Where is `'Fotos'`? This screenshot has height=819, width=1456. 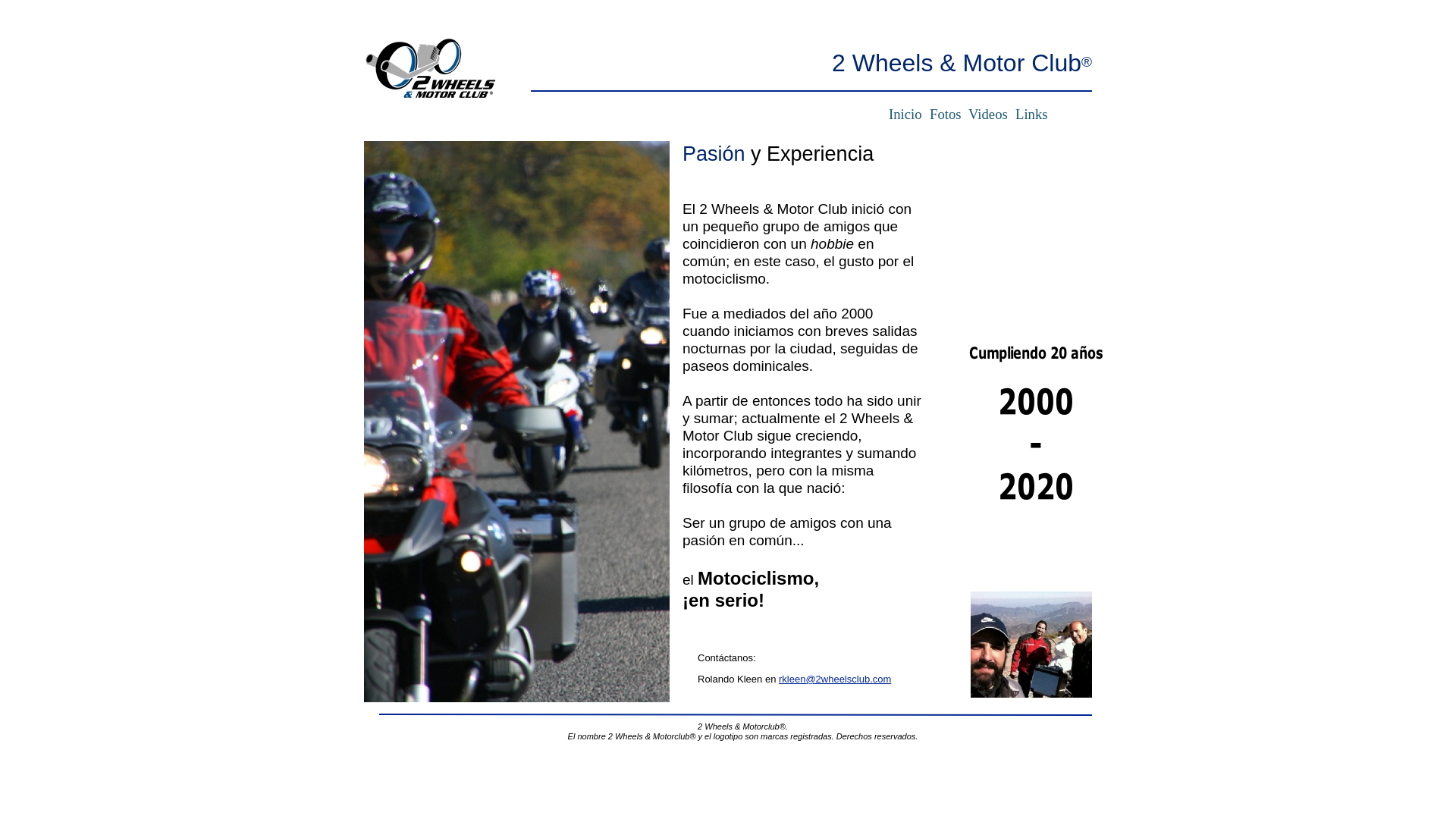
'Fotos' is located at coordinates (944, 113).